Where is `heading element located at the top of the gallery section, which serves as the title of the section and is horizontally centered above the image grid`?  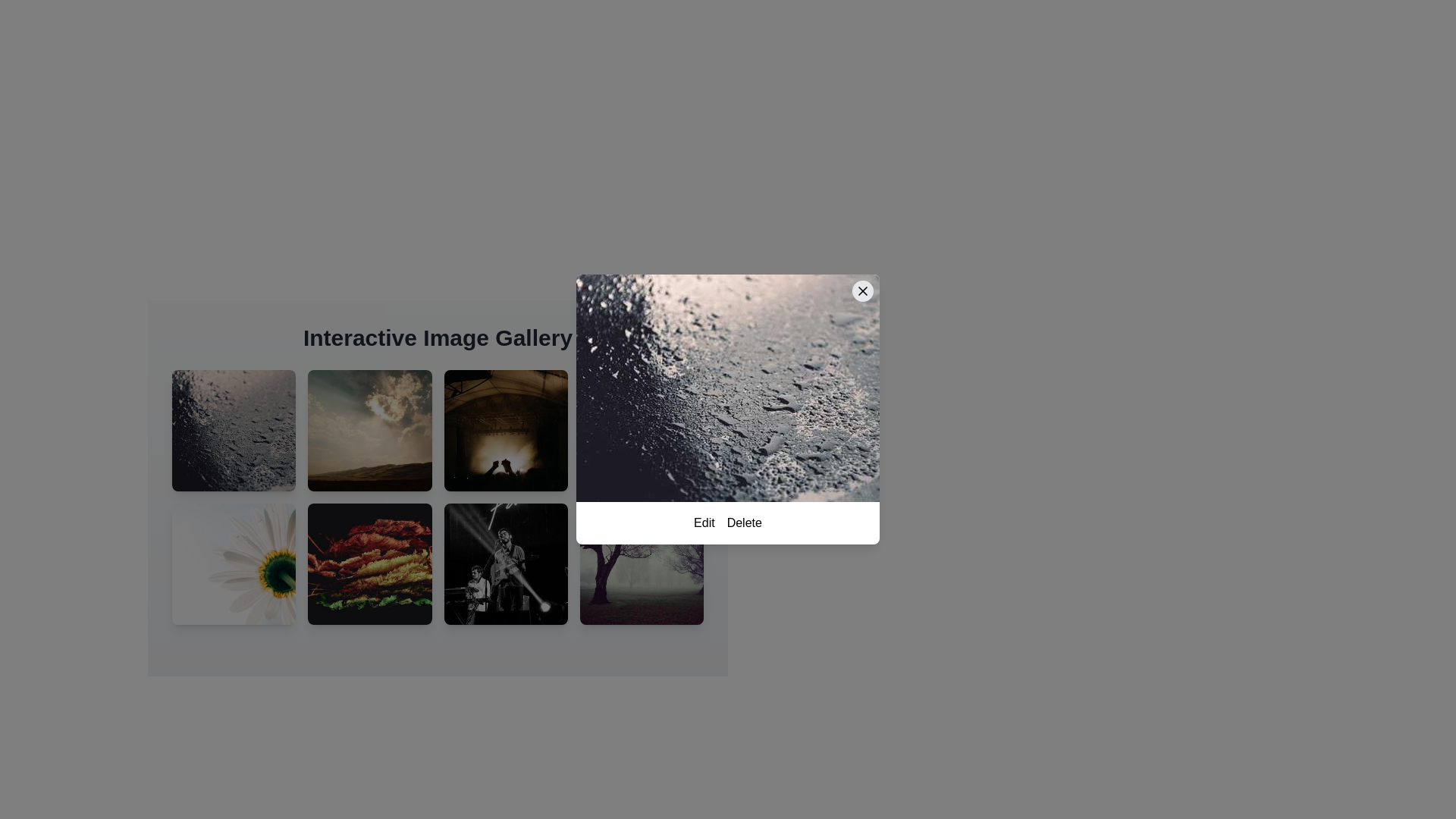 heading element located at the top of the gallery section, which serves as the title of the section and is horizontally centered above the image grid is located at coordinates (437, 337).